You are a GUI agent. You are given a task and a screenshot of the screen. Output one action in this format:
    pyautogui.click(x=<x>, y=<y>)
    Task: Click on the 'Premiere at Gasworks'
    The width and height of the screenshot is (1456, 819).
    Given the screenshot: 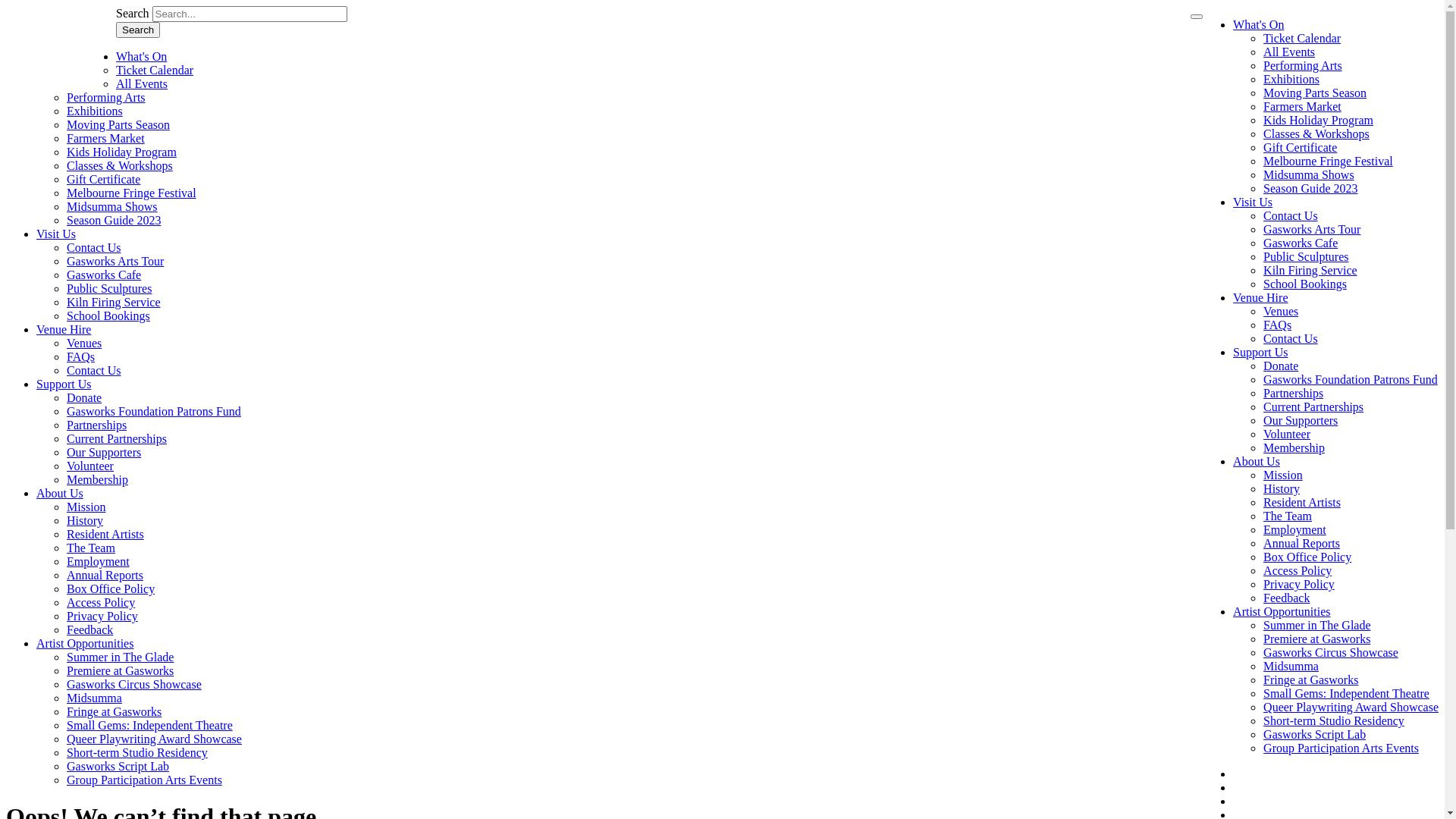 What is the action you would take?
    pyautogui.click(x=65, y=670)
    